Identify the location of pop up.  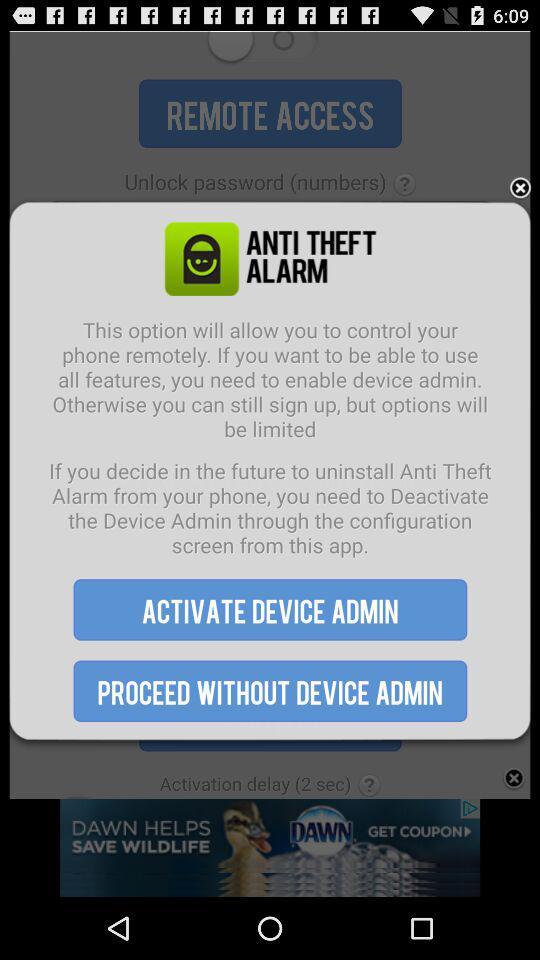
(520, 188).